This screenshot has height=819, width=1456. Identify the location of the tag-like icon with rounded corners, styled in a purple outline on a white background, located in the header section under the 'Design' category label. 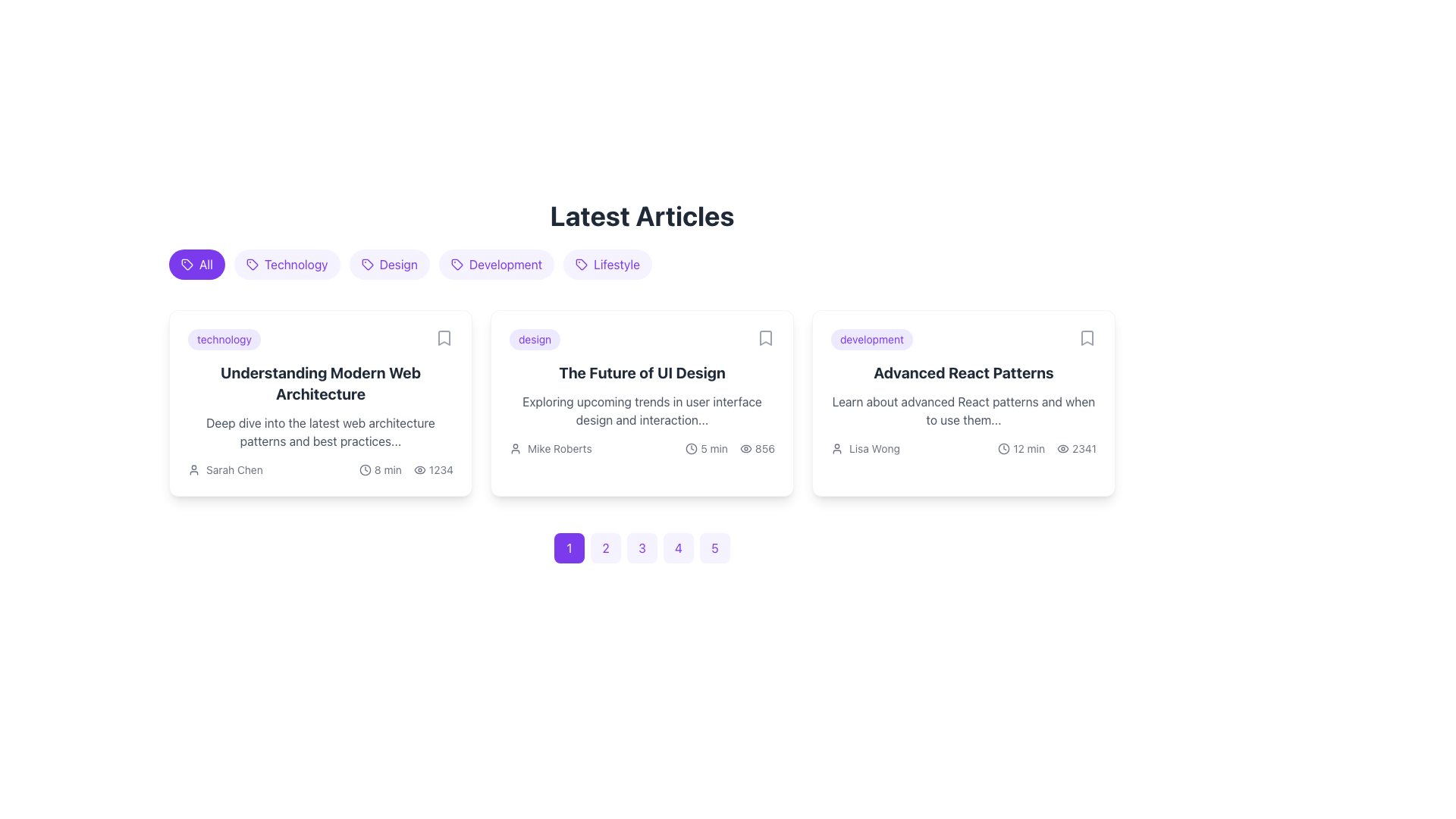
(367, 263).